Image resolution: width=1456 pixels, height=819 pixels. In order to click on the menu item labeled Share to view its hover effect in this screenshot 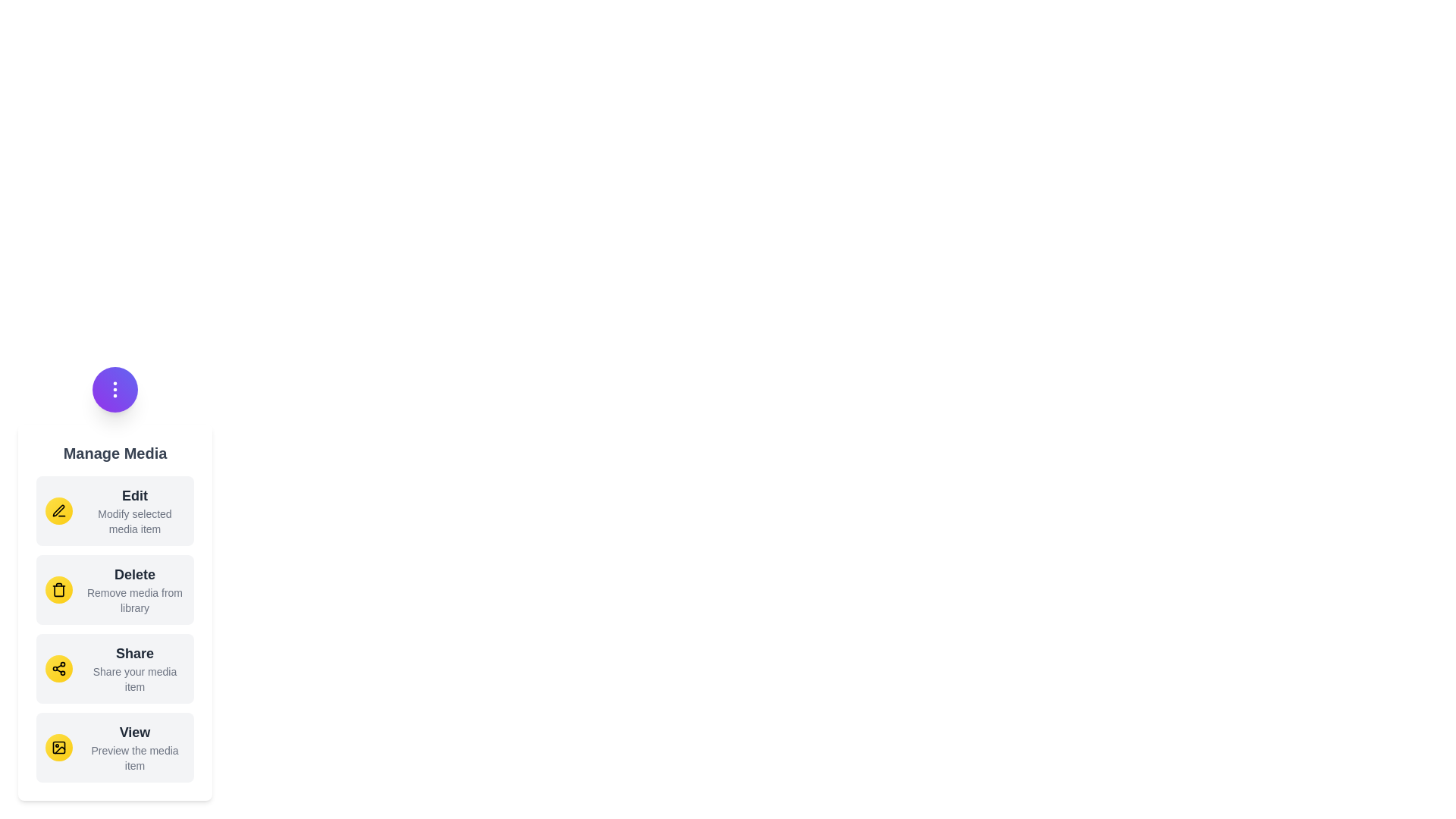, I will do `click(115, 668)`.